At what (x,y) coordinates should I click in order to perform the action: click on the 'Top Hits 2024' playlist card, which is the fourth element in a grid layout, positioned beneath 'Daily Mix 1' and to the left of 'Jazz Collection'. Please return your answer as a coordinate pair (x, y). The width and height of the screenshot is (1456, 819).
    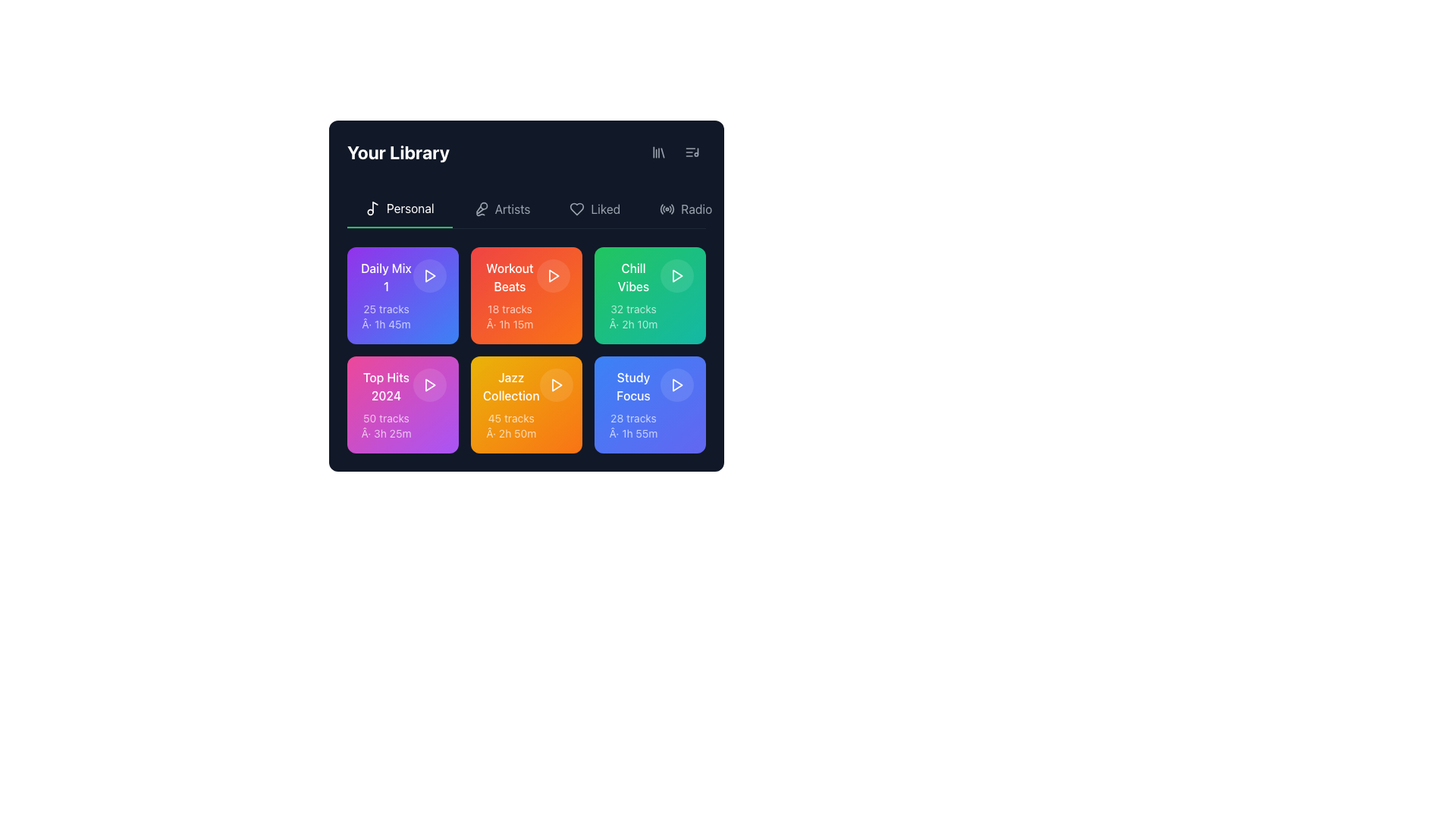
    Looking at the image, I should click on (403, 403).